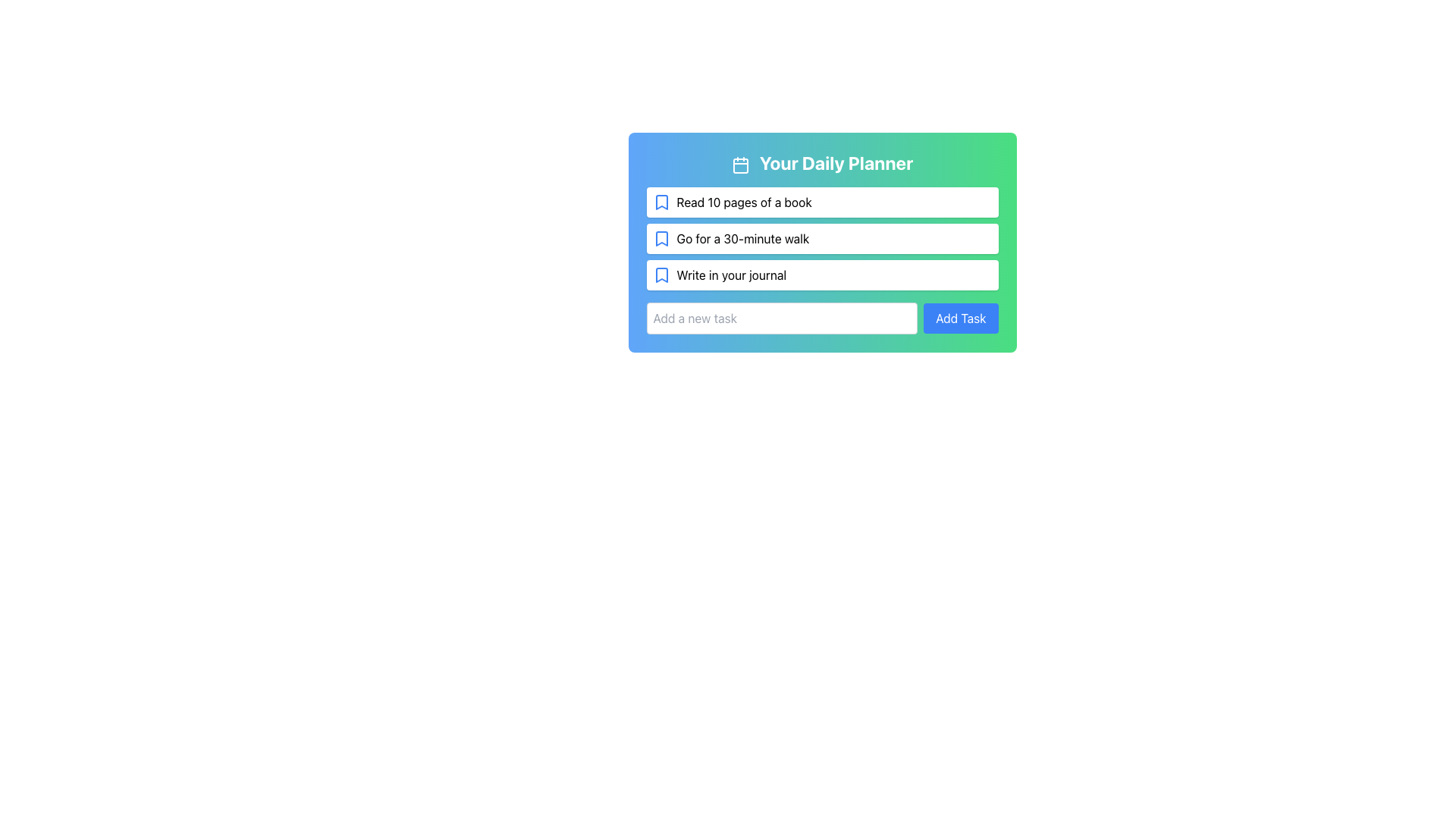 This screenshot has height=819, width=1456. I want to click on the small white calendar icon located to the immediate left of the text 'Your Daily Planner' in the header section of the planner widget, so click(740, 165).